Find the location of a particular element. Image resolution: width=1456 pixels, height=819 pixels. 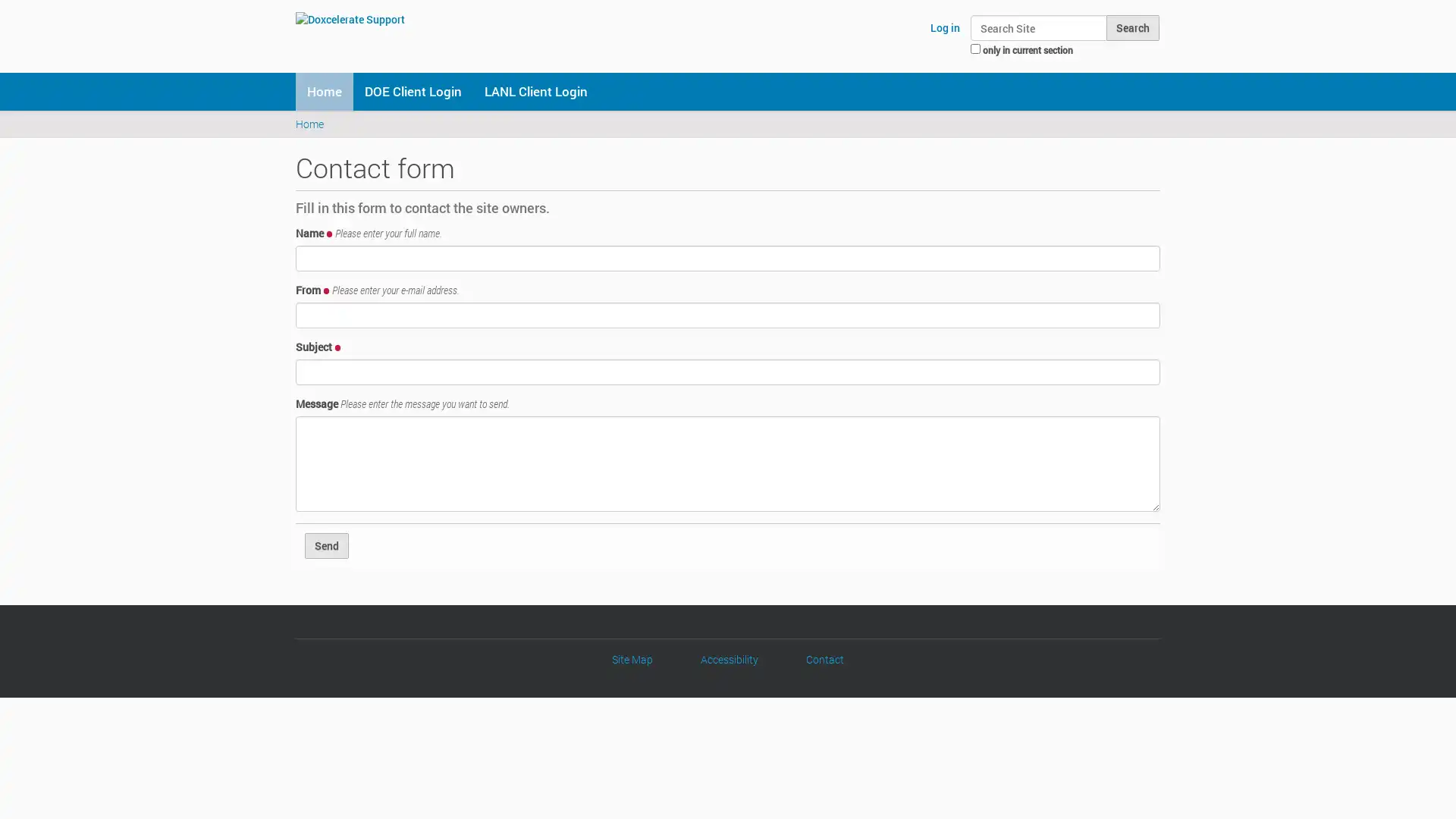

Search is located at coordinates (1132, 28).